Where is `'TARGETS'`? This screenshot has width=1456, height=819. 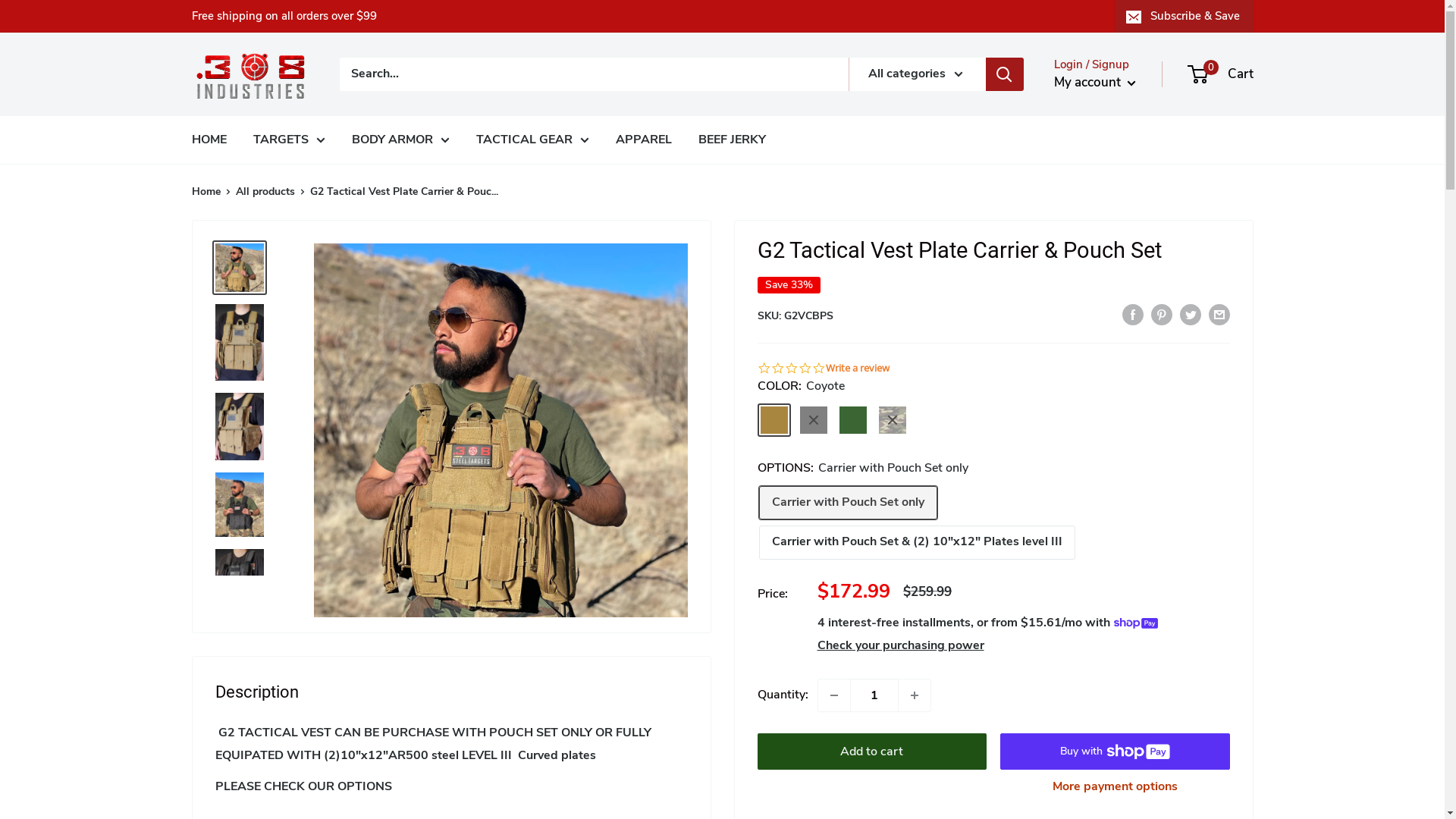 'TARGETS' is located at coordinates (289, 140).